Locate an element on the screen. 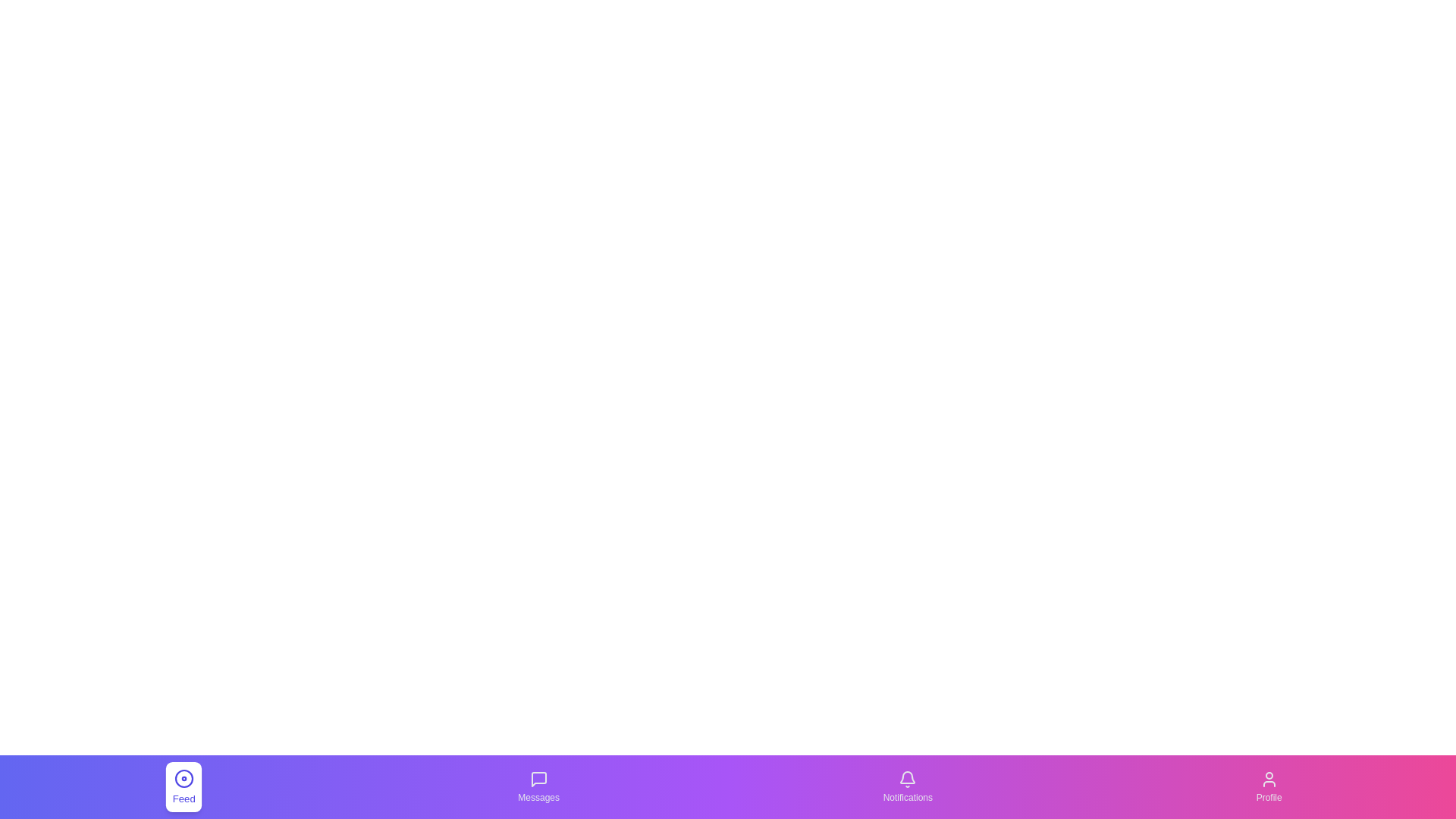 This screenshot has height=819, width=1456. the Notifications tab to observe its visual feedback is located at coordinates (907, 786).